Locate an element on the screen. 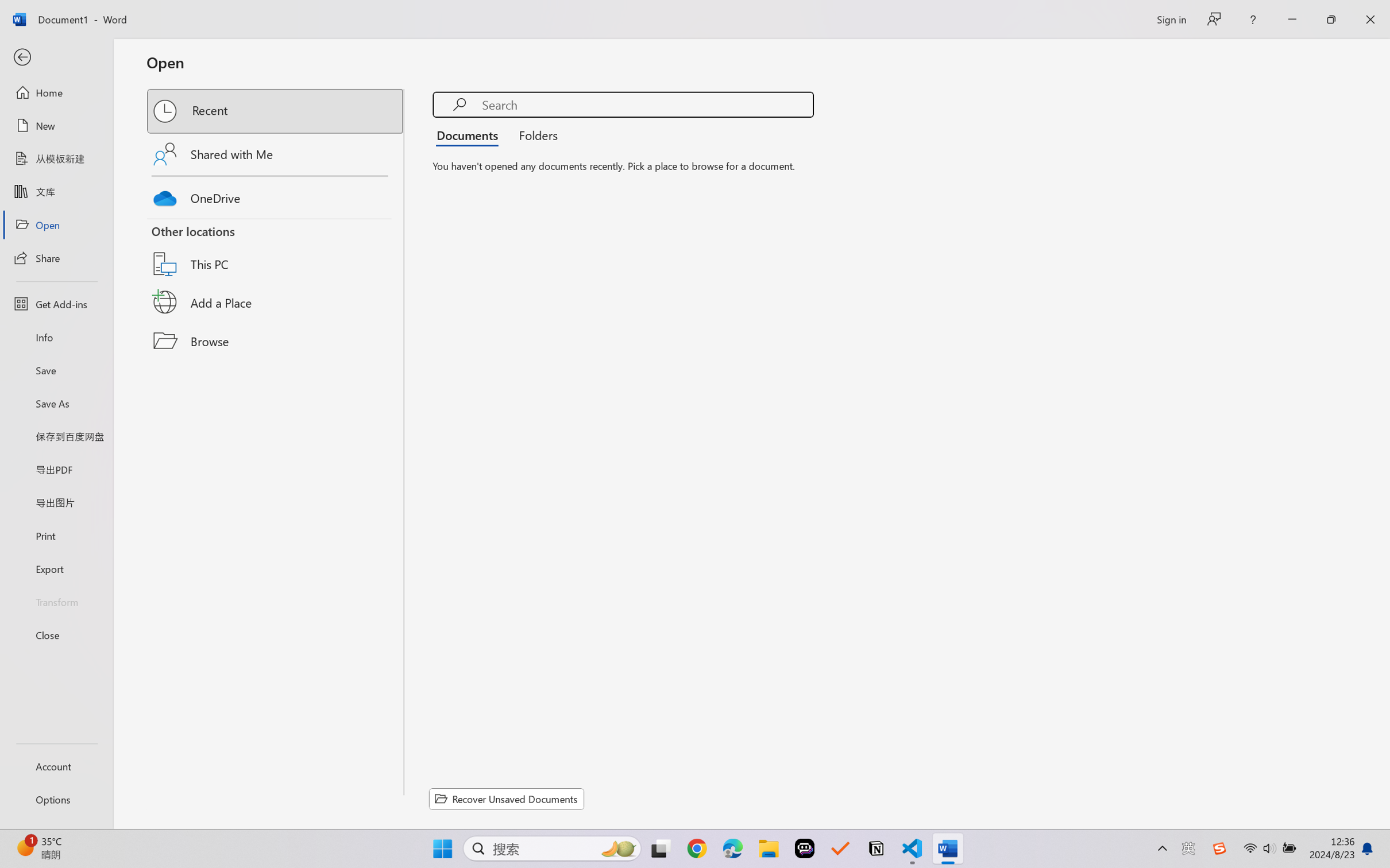  'Info' is located at coordinates (56, 336).